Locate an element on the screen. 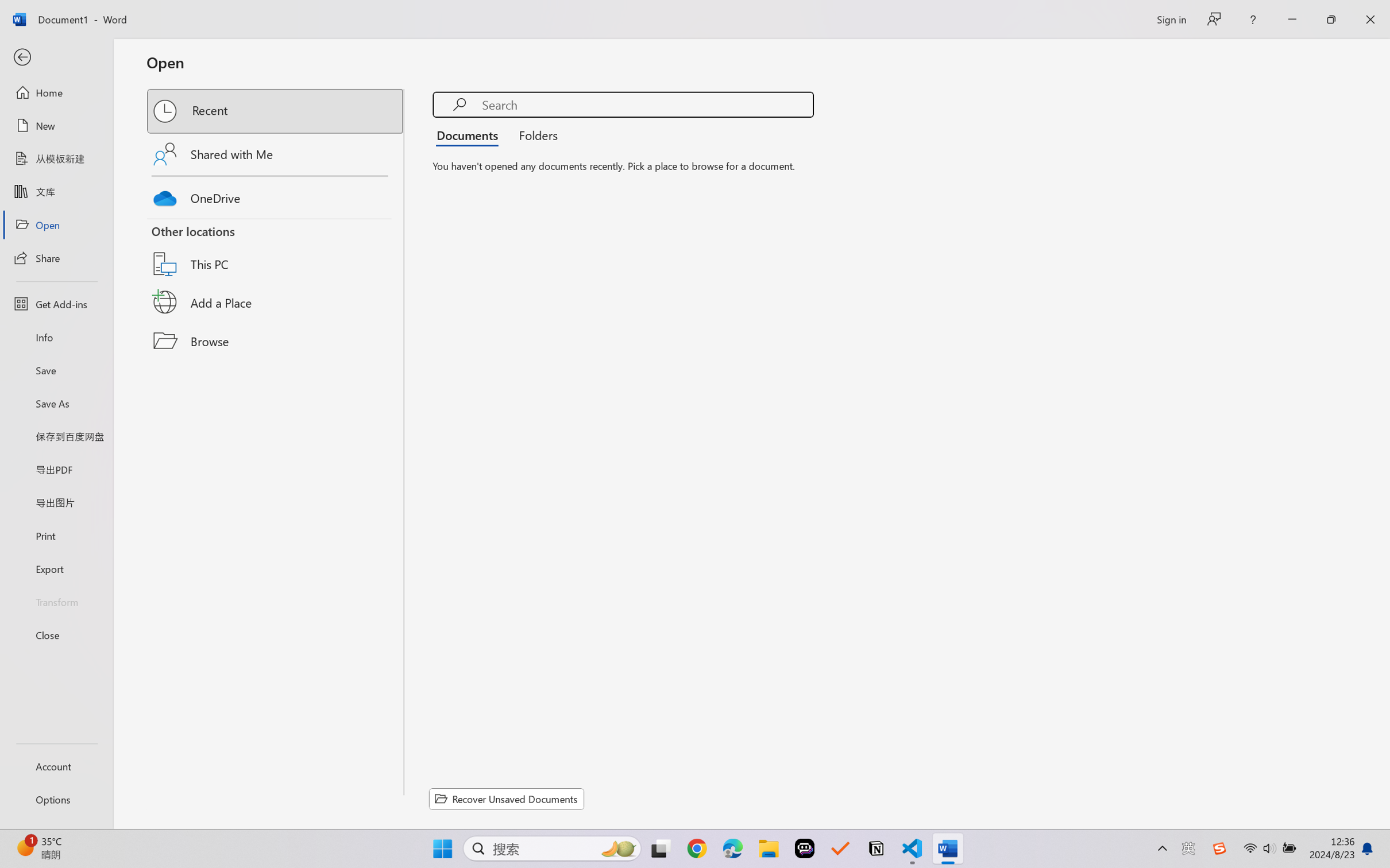  'Info' is located at coordinates (56, 336).